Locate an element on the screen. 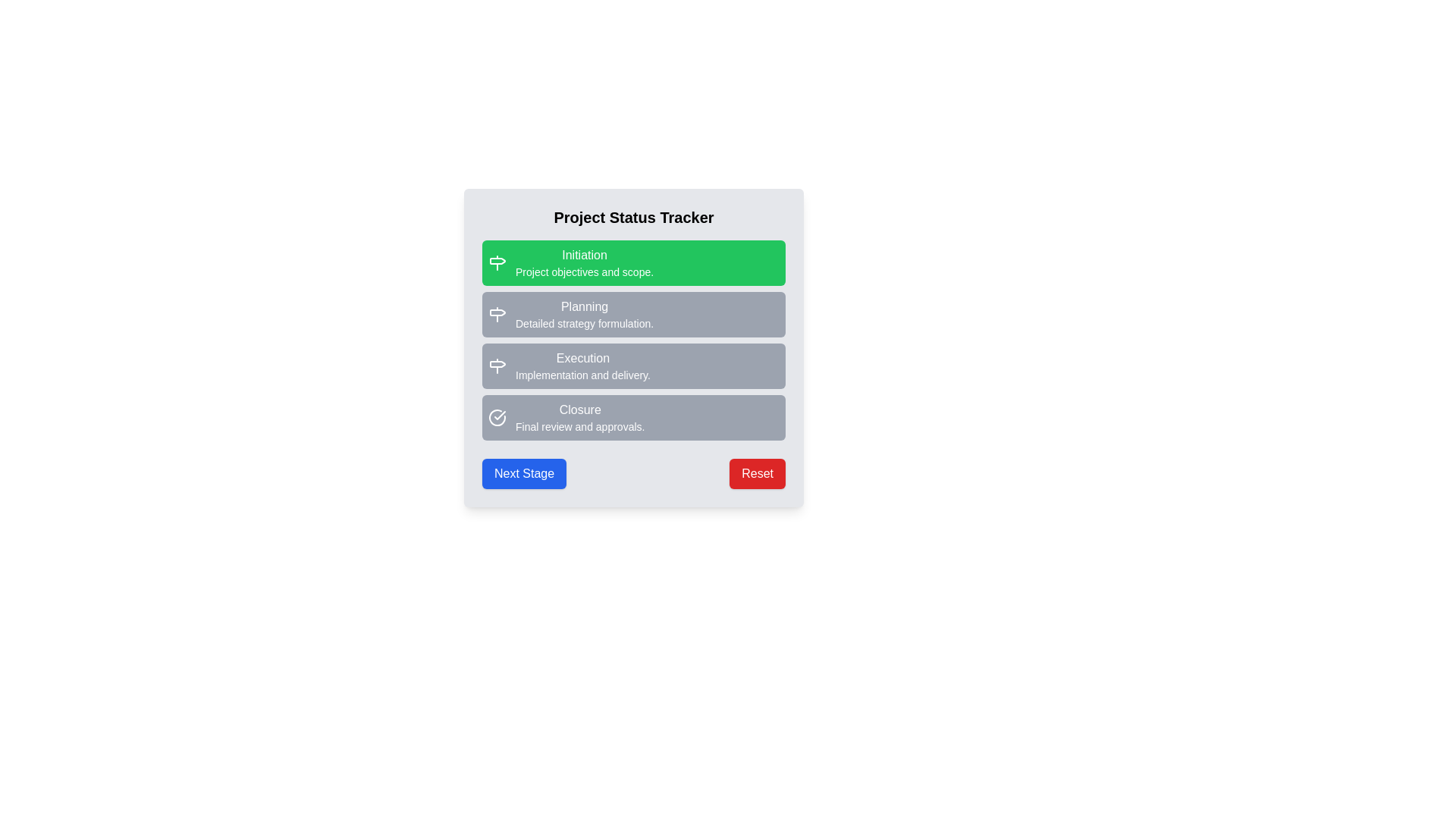 The width and height of the screenshot is (1456, 819). the Text element that provides descriptive information for the 'Execution' section, located beneath the label 'Execution' is located at coordinates (582, 375).